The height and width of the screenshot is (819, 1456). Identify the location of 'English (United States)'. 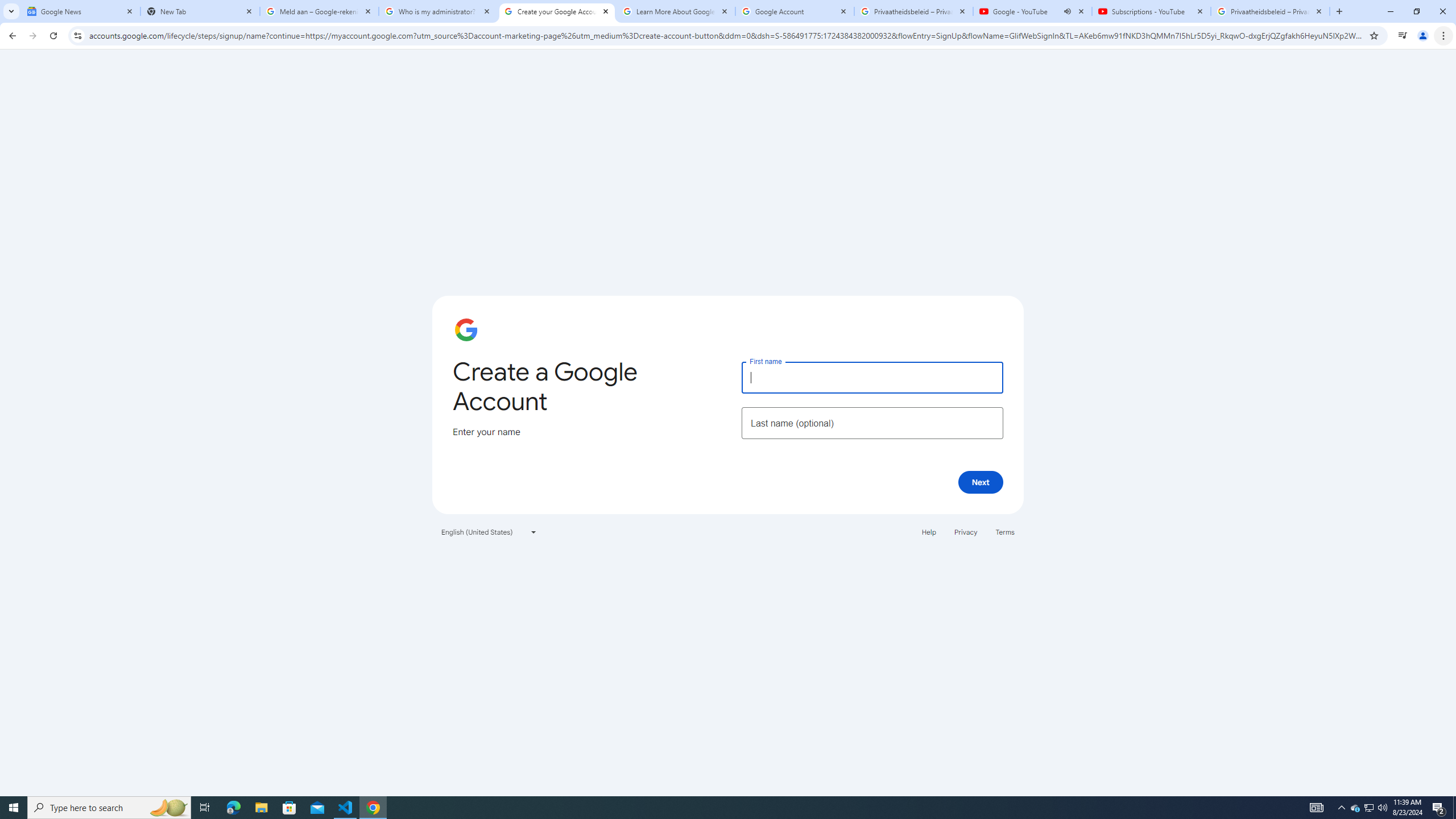
(489, 531).